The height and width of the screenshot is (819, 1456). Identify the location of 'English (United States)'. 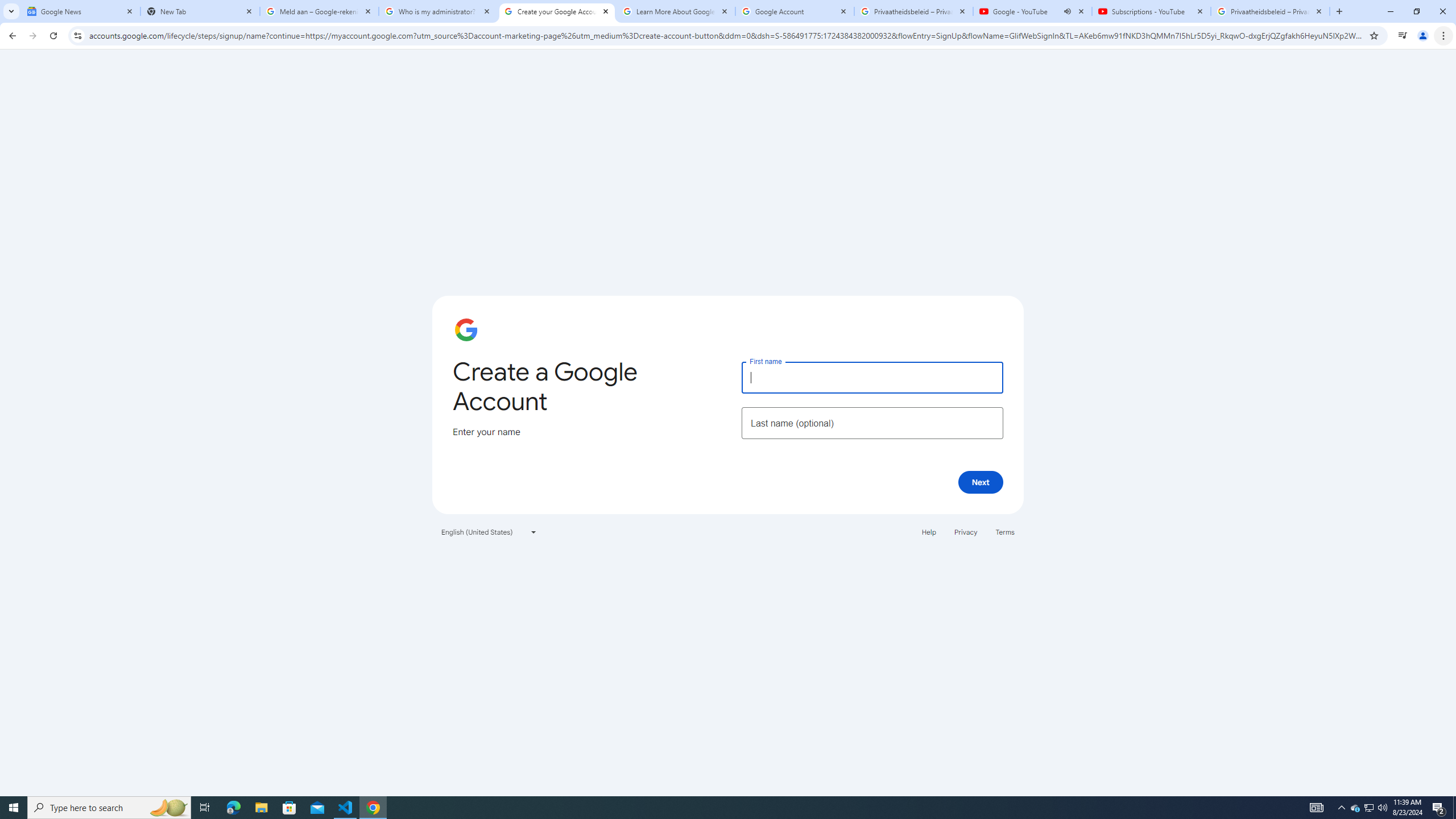
(489, 531).